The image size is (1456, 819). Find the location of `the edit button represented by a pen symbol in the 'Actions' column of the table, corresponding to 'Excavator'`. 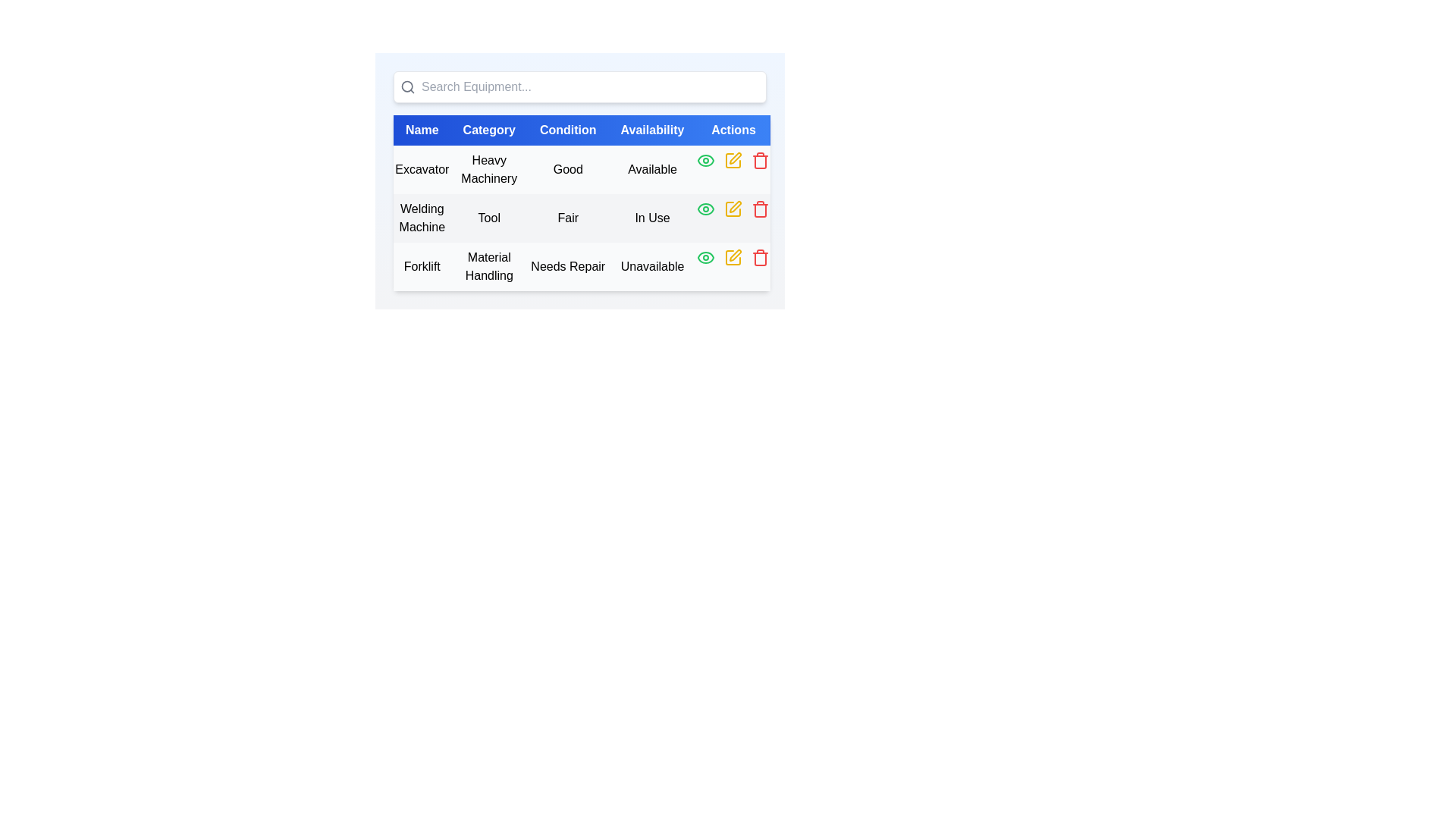

the edit button represented by a pen symbol in the 'Actions' column of the table, corresponding to 'Excavator' is located at coordinates (733, 161).